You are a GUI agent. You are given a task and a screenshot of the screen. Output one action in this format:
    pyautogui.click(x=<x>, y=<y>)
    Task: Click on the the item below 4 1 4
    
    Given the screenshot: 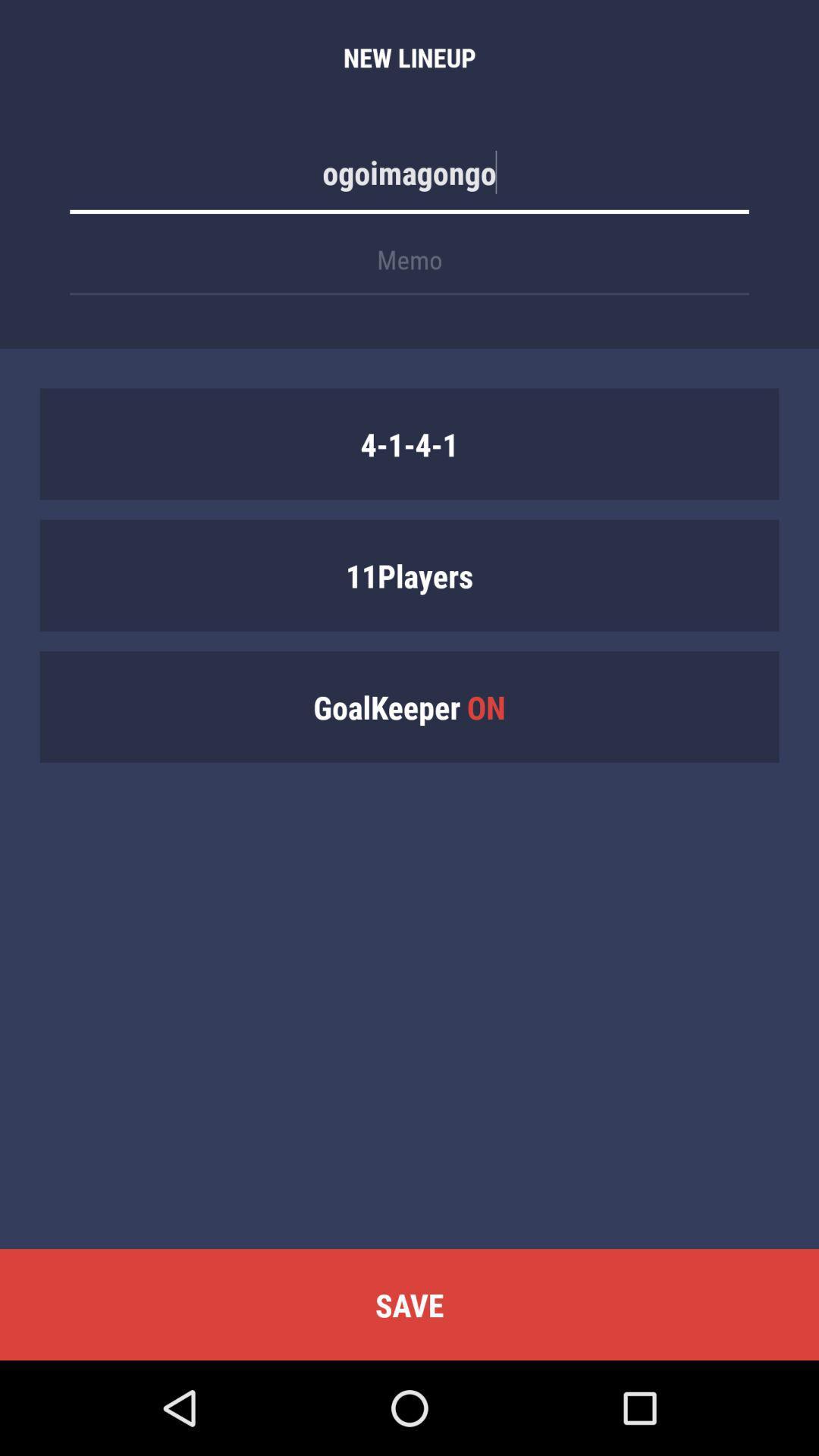 What is the action you would take?
    pyautogui.click(x=409, y=574)
    